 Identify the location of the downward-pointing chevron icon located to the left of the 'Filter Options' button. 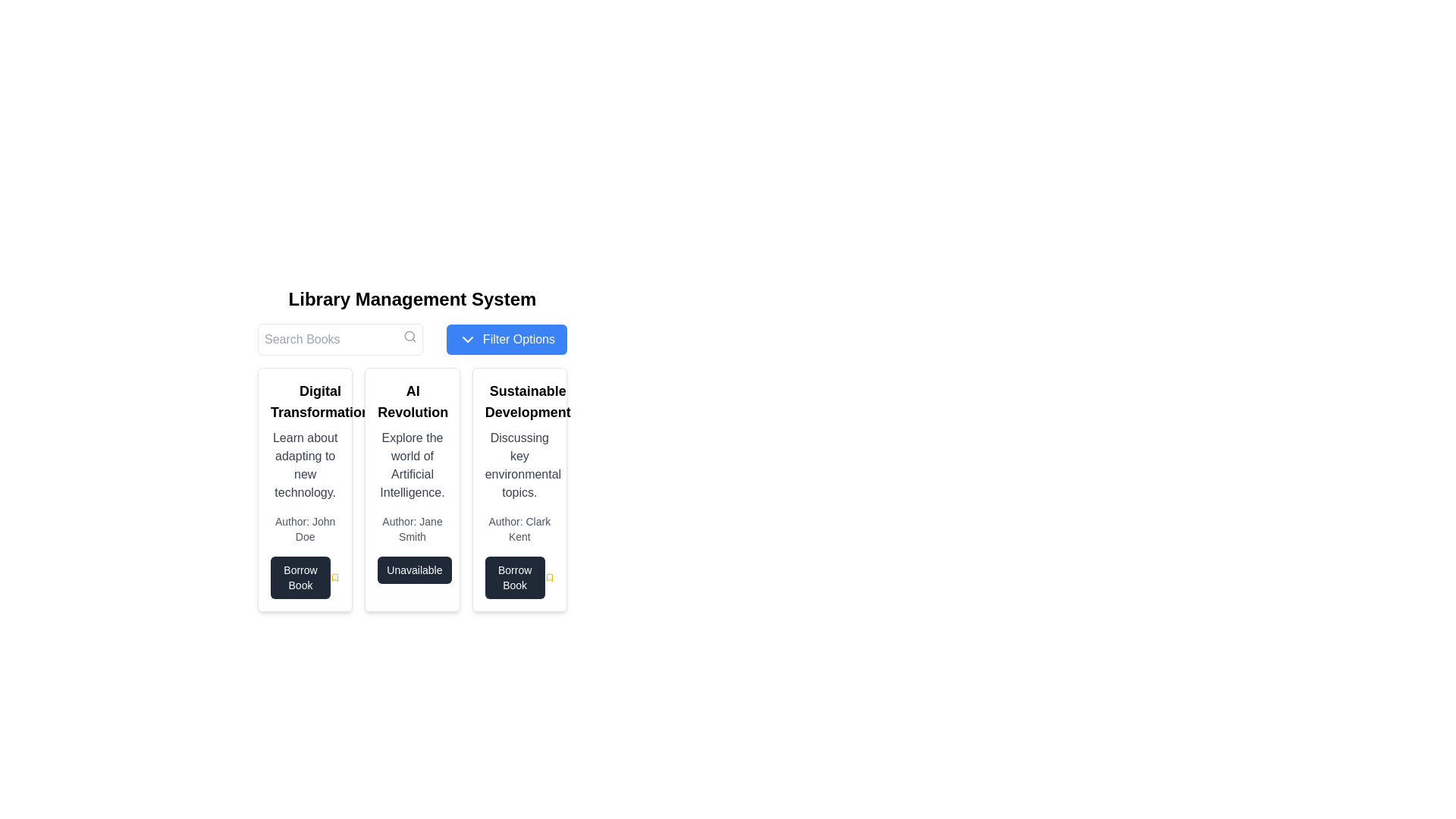
(466, 338).